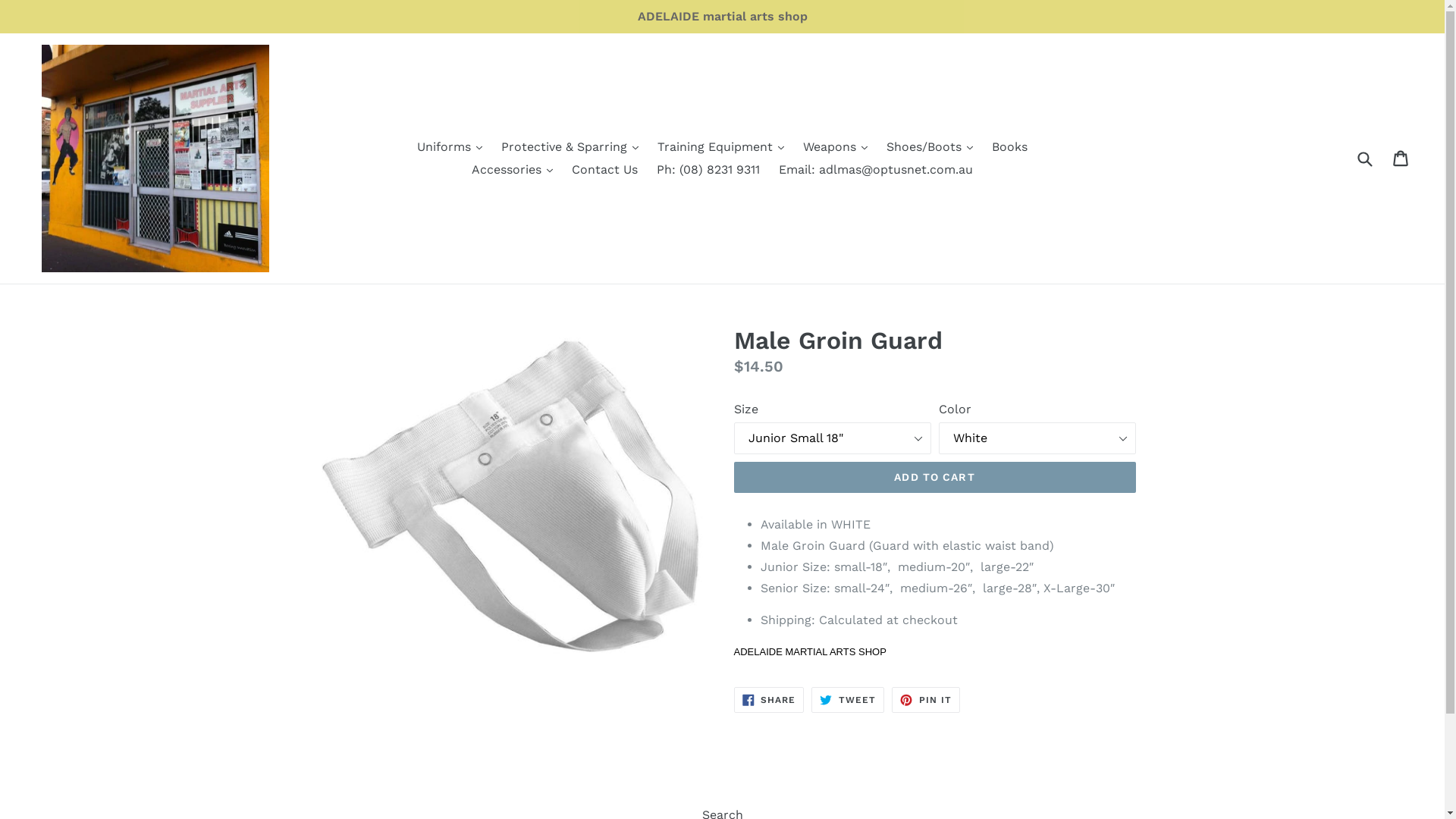 This screenshot has width=1456, height=819. Describe the element at coordinates (769, 699) in the screenshot. I see `'SHARE` at that location.